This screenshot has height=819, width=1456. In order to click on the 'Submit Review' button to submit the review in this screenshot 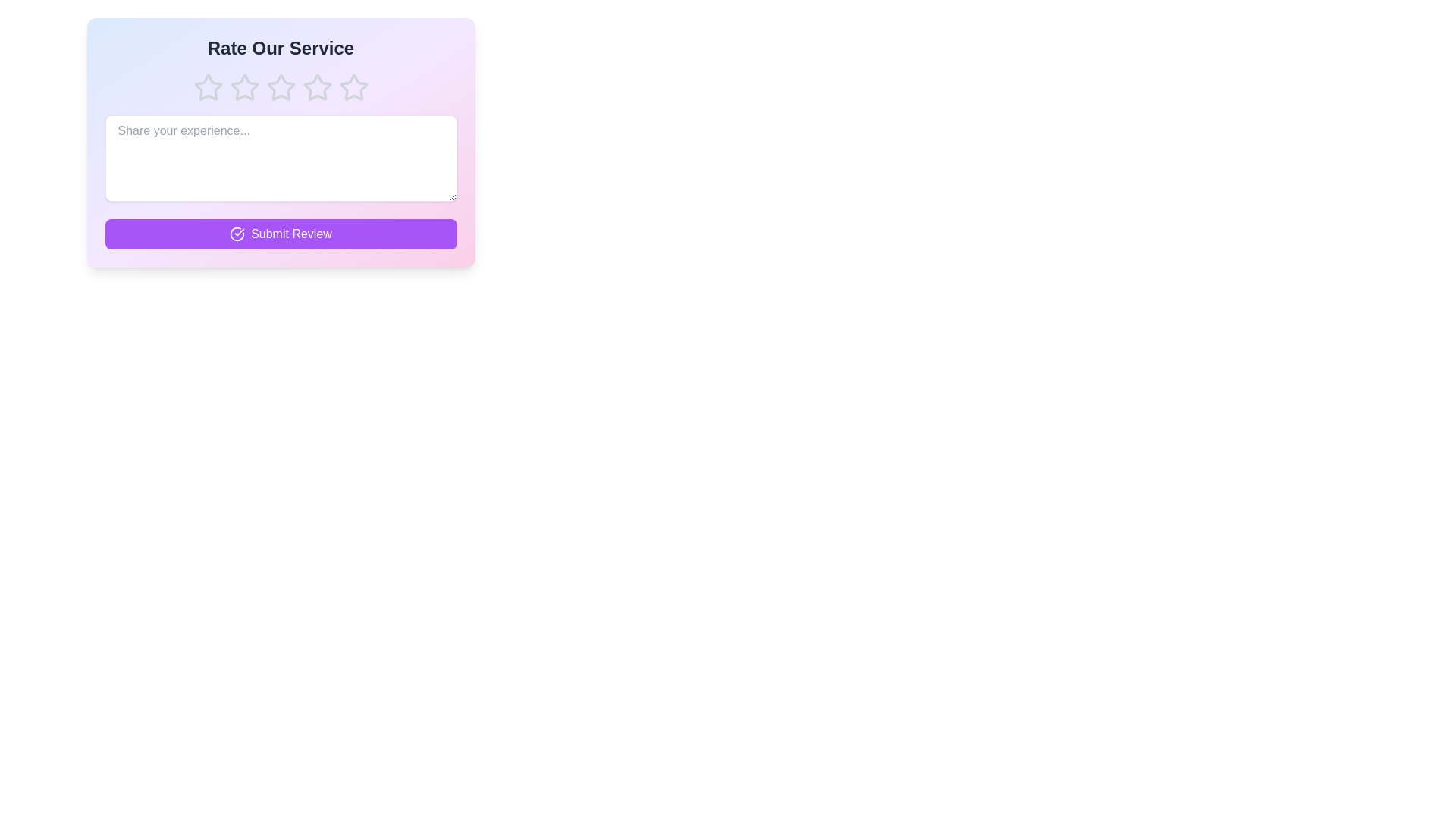, I will do `click(281, 234)`.